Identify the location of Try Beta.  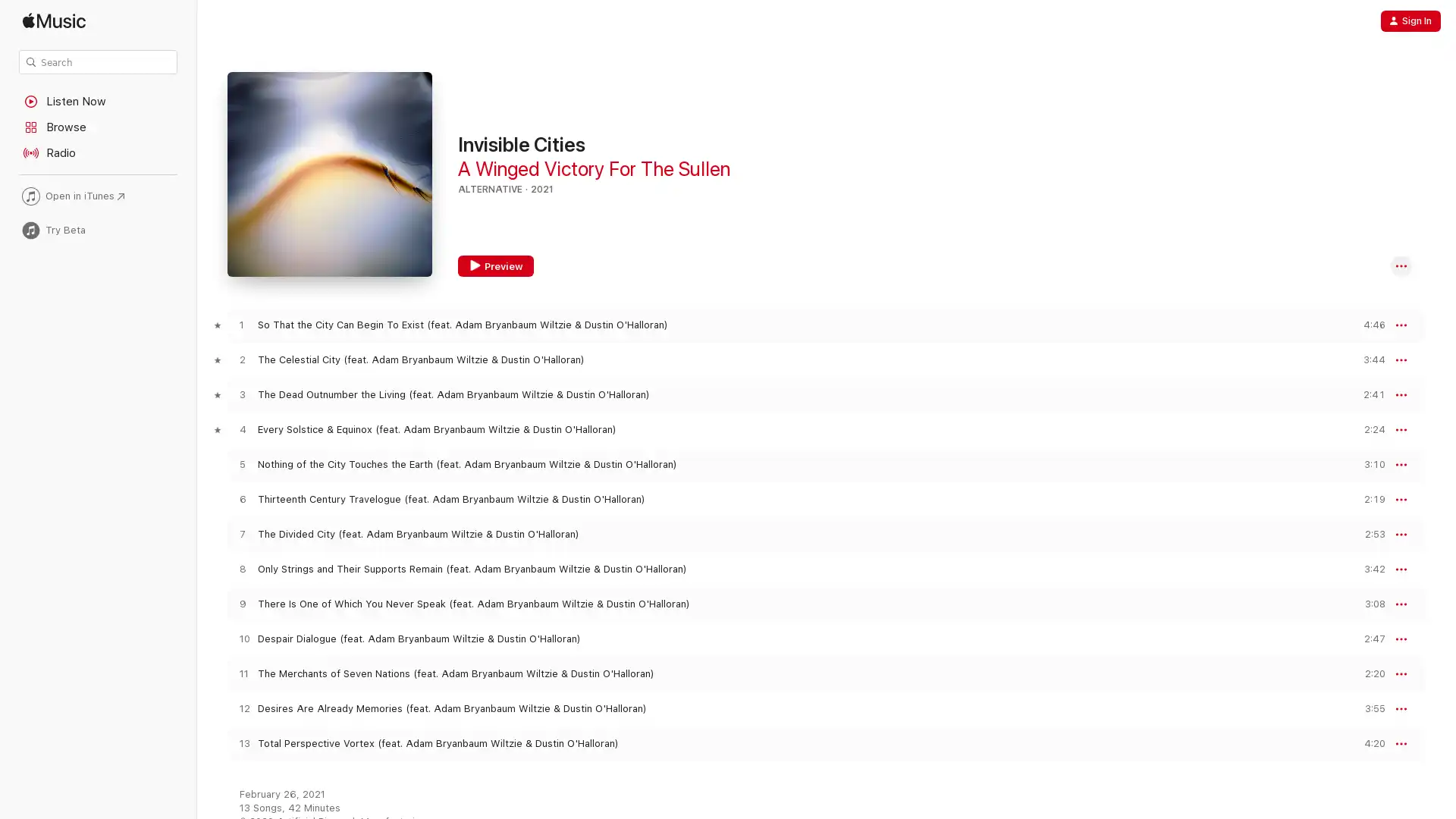
(97, 230).